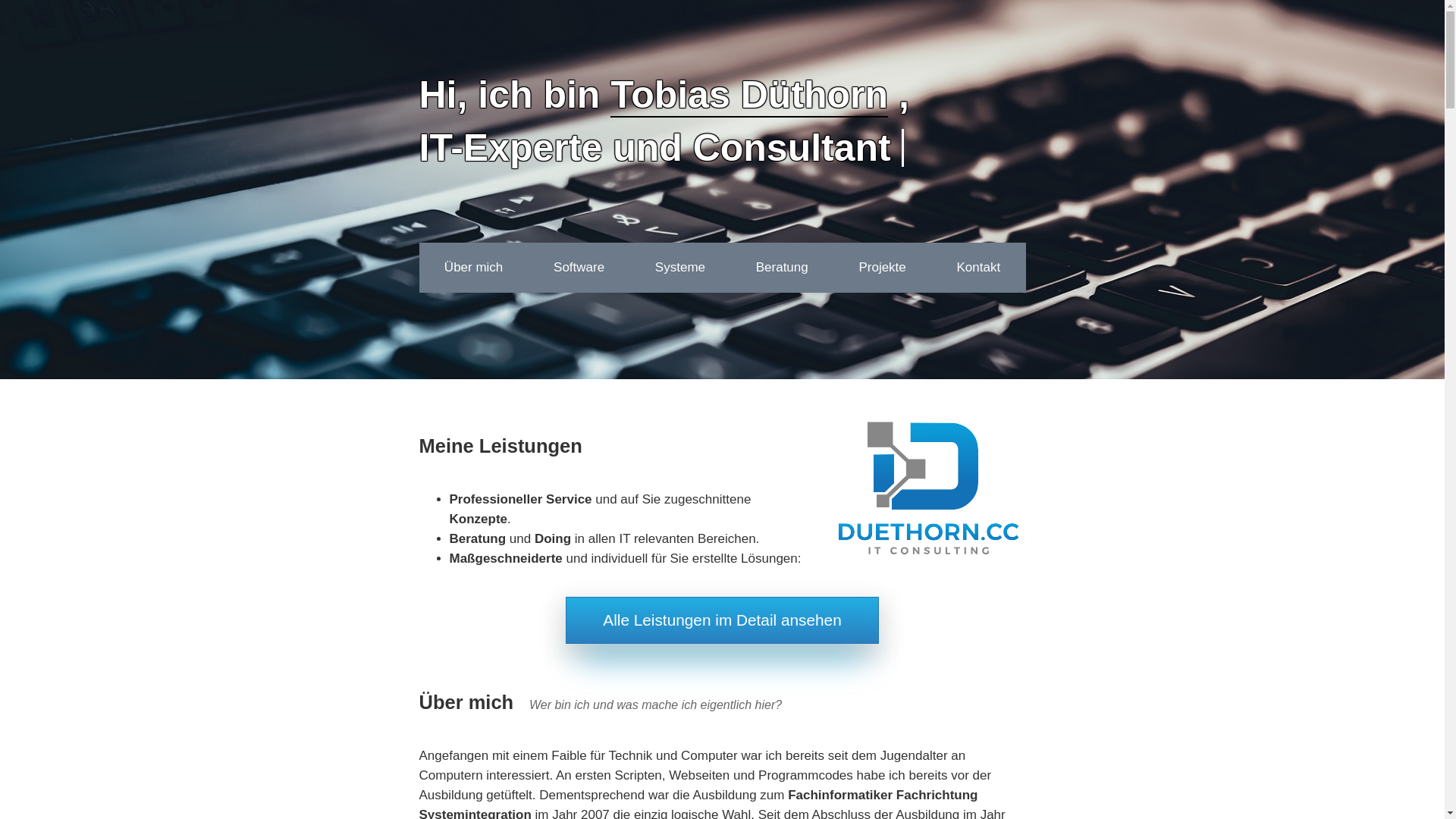  Describe the element at coordinates (578, 267) in the screenshot. I see `'Software'` at that location.